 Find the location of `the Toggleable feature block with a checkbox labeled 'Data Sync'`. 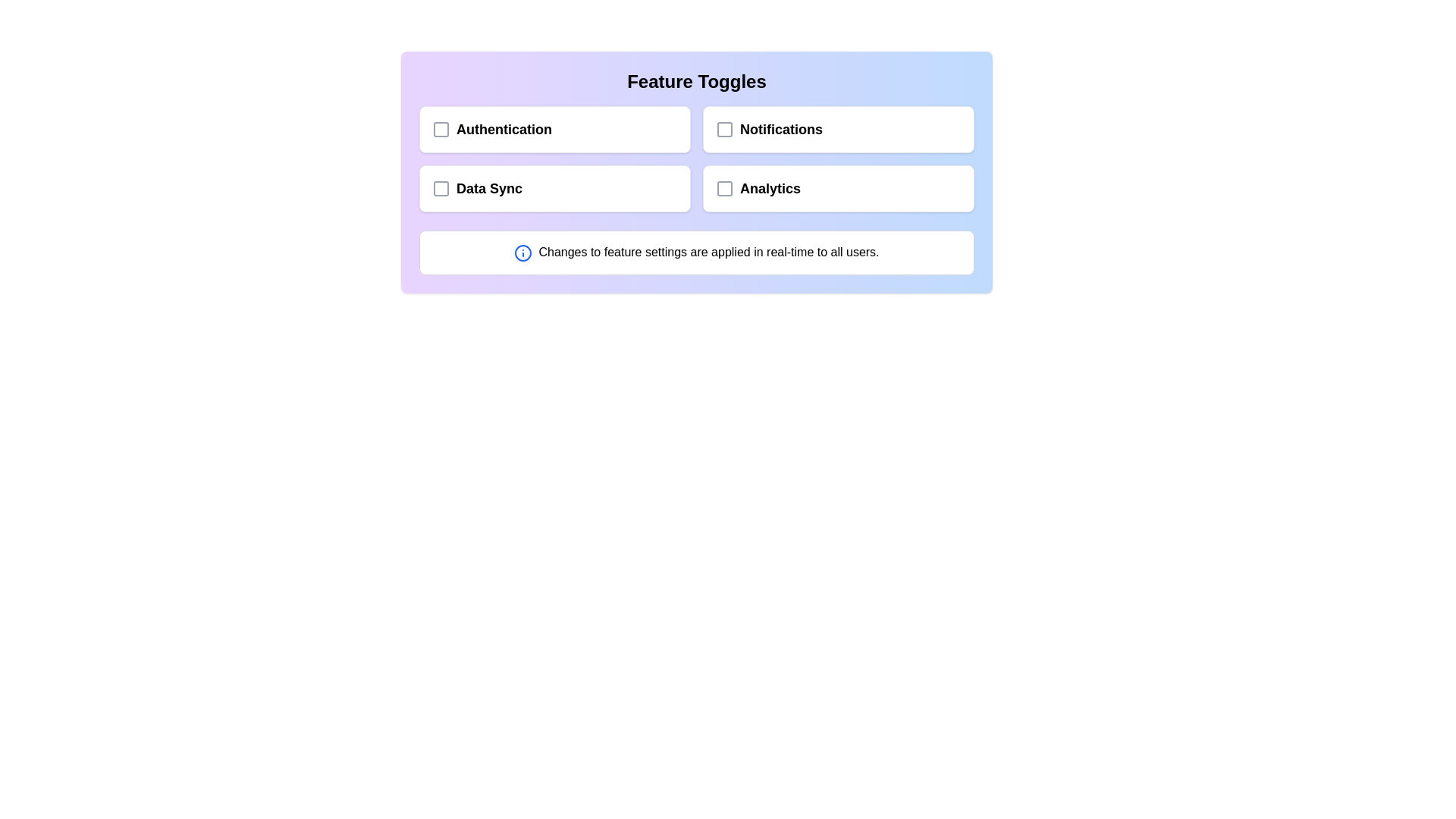

the Toggleable feature block with a checkbox labeled 'Data Sync' is located at coordinates (554, 188).